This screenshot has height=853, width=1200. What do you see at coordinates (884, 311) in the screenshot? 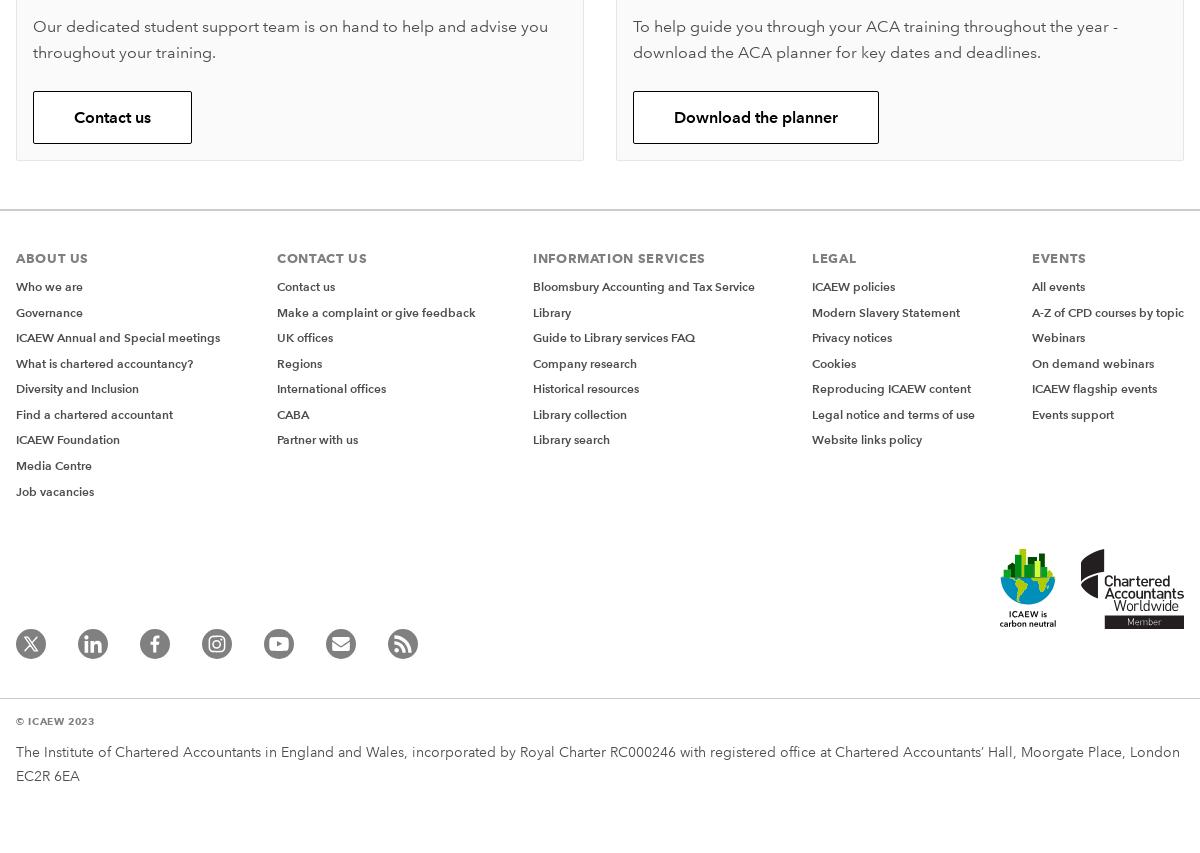
I see `'Modern Slavery Statement'` at bounding box center [884, 311].